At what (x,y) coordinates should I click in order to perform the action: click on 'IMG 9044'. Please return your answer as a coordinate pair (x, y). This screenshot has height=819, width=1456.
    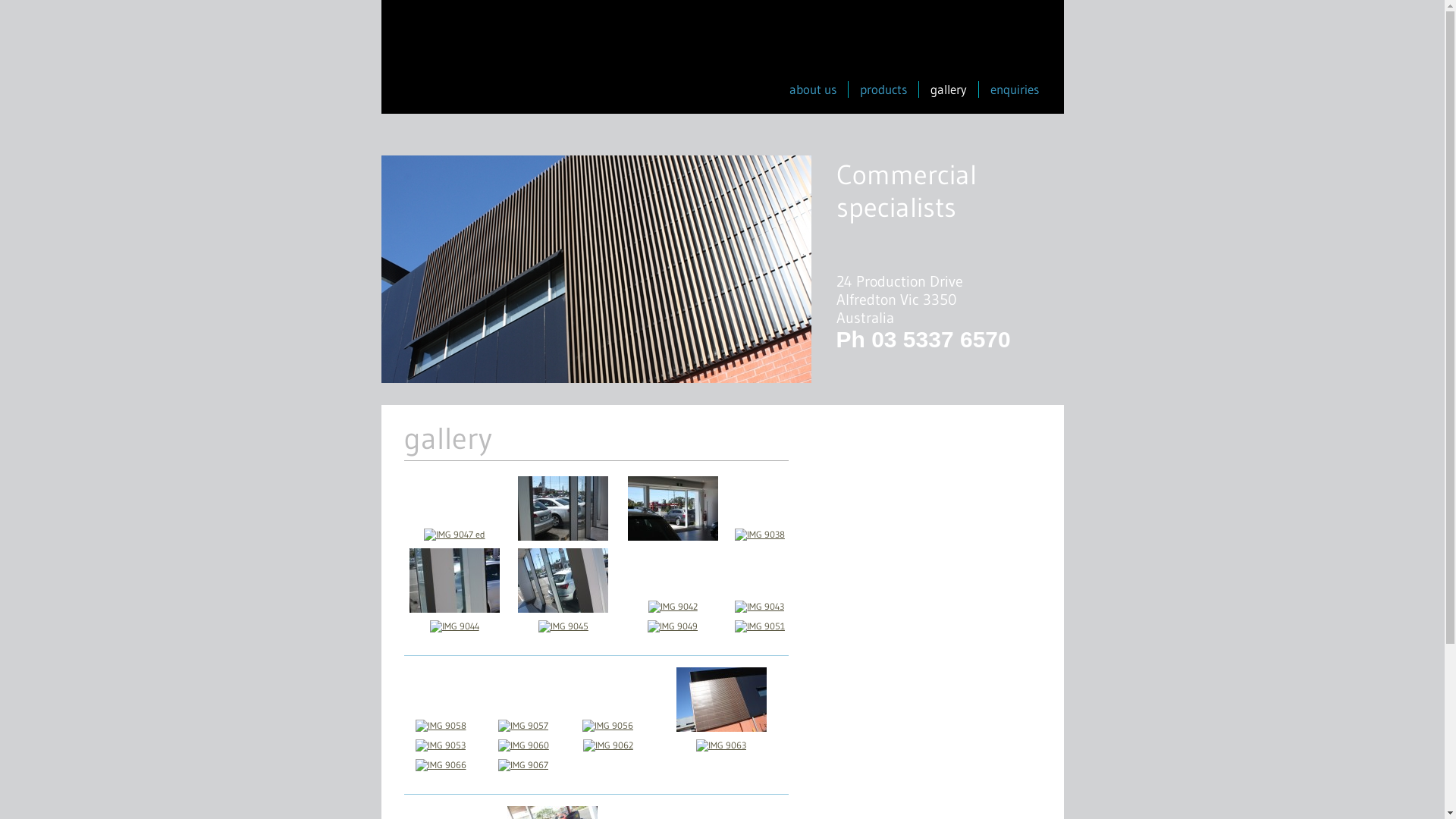
    Looking at the image, I should click on (453, 626).